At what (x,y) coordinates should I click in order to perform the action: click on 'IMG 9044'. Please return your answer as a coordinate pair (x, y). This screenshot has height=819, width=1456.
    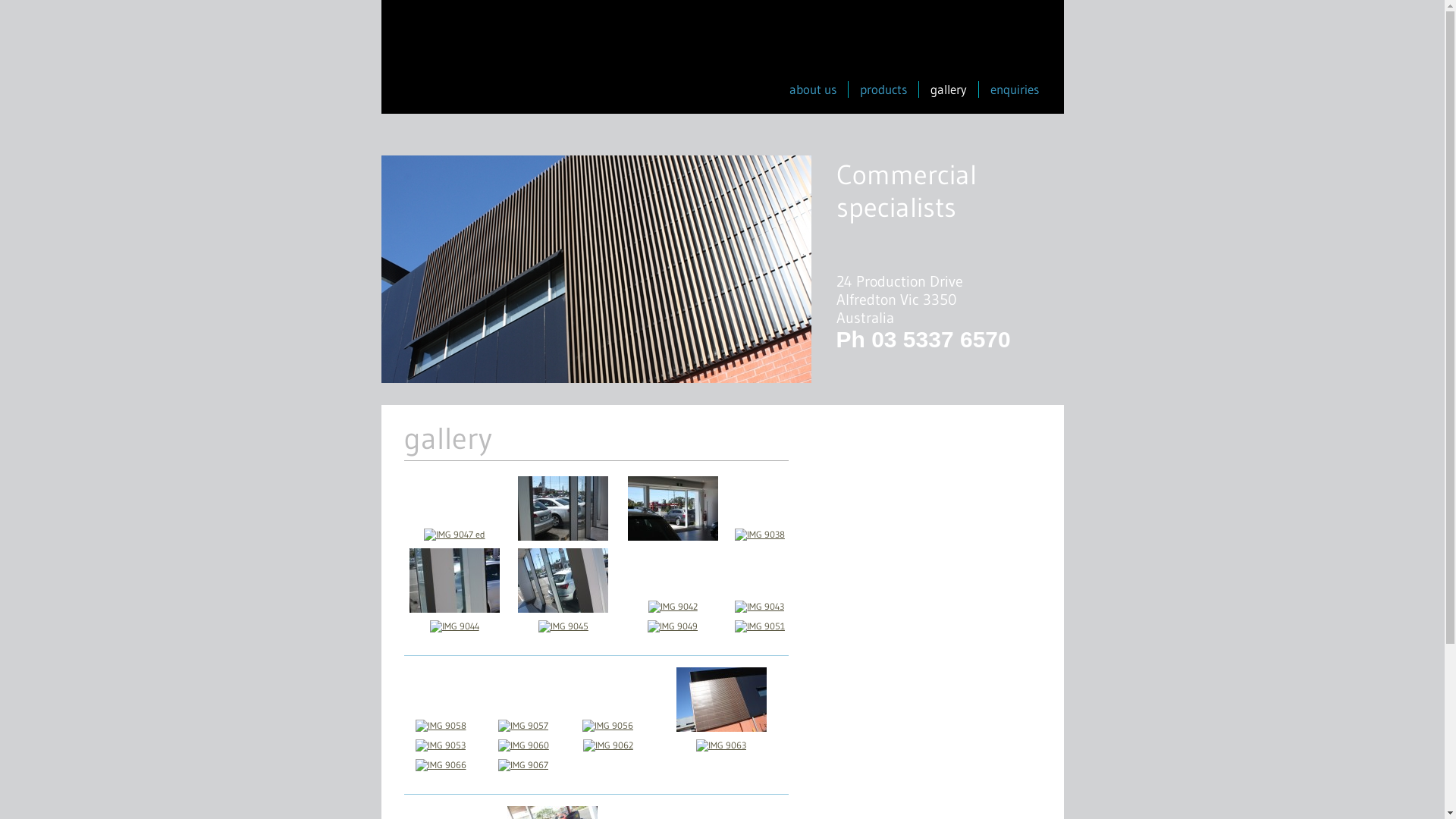
    Looking at the image, I should click on (453, 626).